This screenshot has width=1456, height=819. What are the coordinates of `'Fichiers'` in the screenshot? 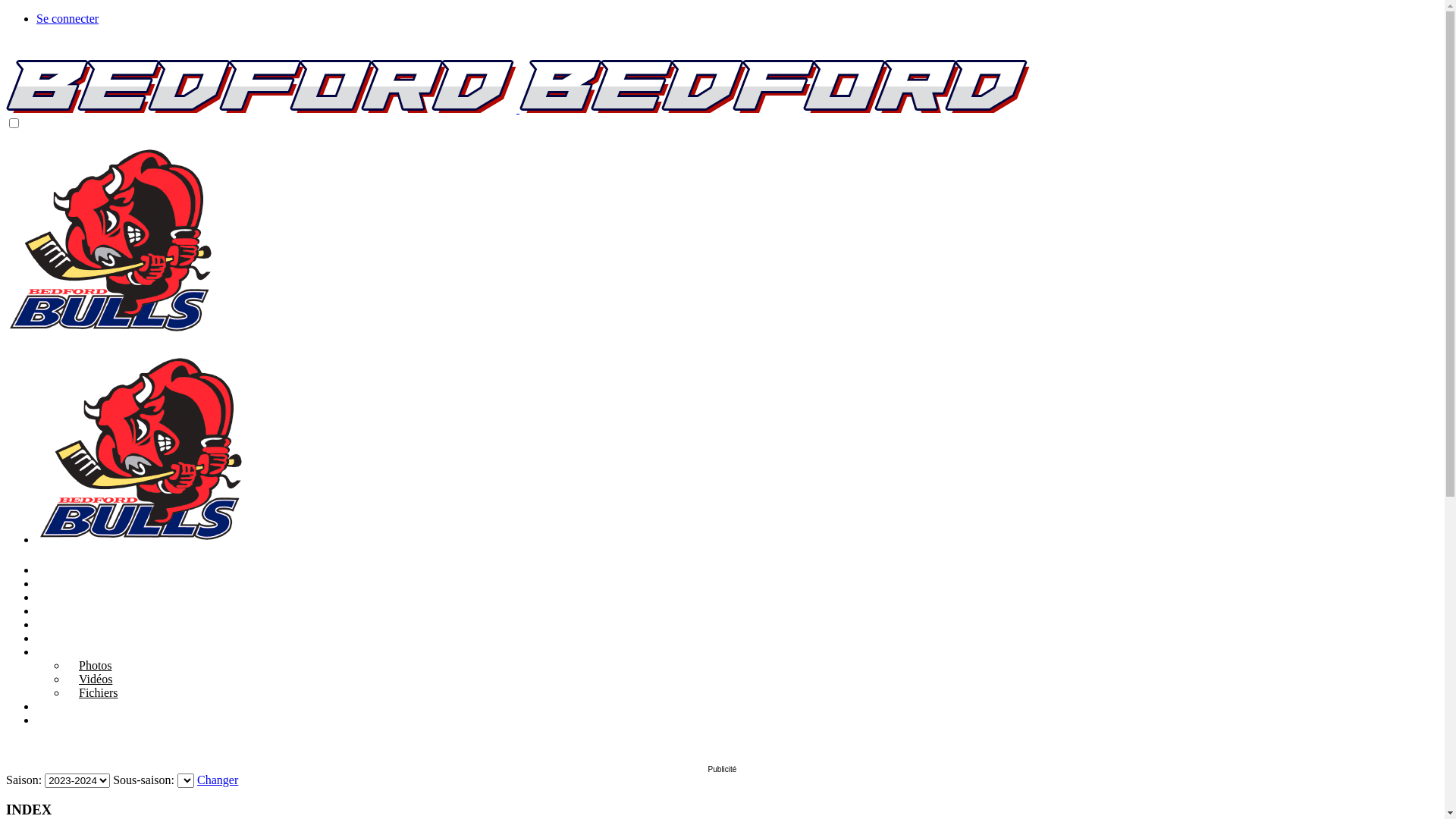 It's located at (65, 692).